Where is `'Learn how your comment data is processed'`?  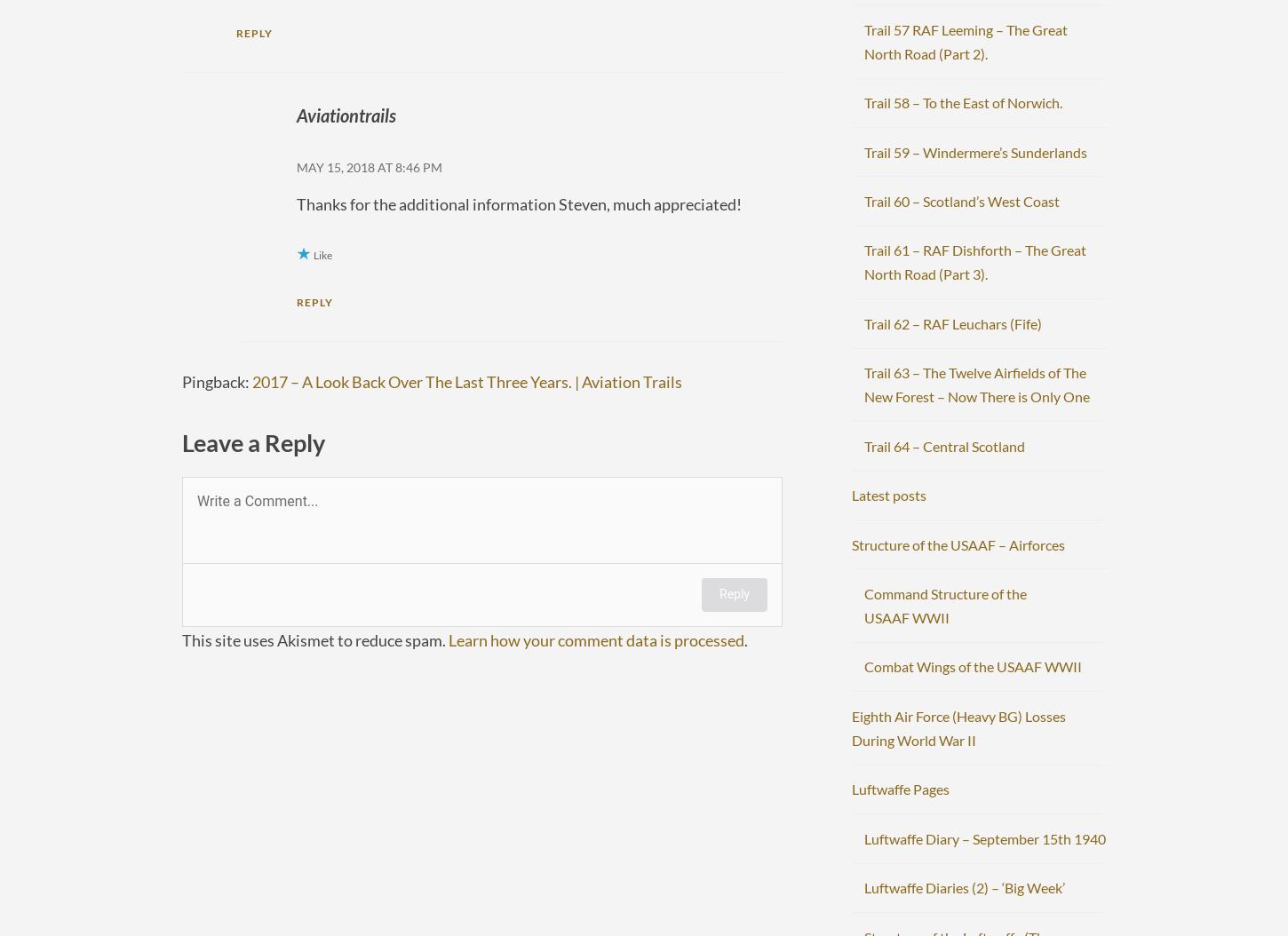
'Learn how your comment data is processed' is located at coordinates (595, 639).